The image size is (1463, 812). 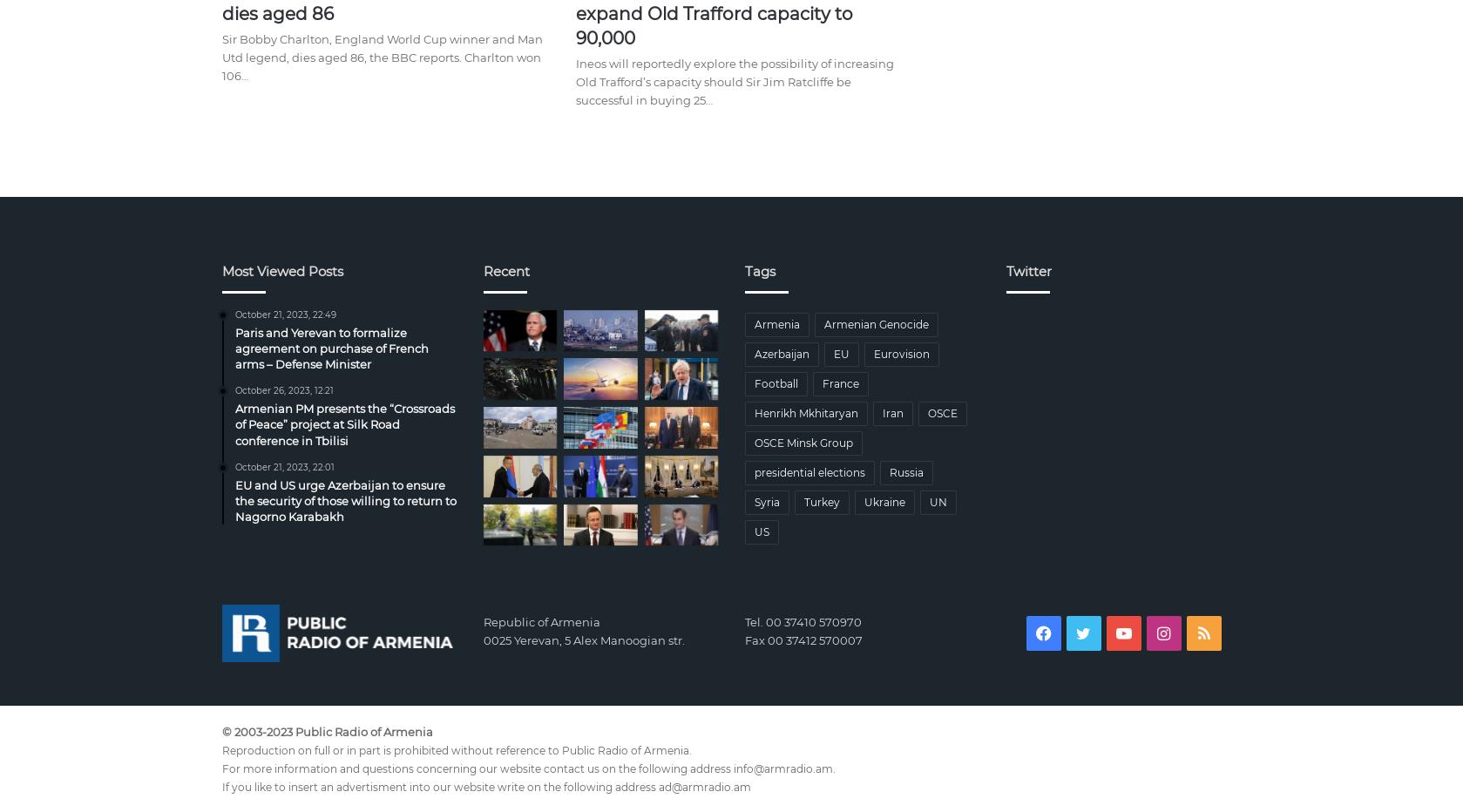 I want to click on '0025 Yerevan, 5 Alex Manoogian str.', so click(x=583, y=639).